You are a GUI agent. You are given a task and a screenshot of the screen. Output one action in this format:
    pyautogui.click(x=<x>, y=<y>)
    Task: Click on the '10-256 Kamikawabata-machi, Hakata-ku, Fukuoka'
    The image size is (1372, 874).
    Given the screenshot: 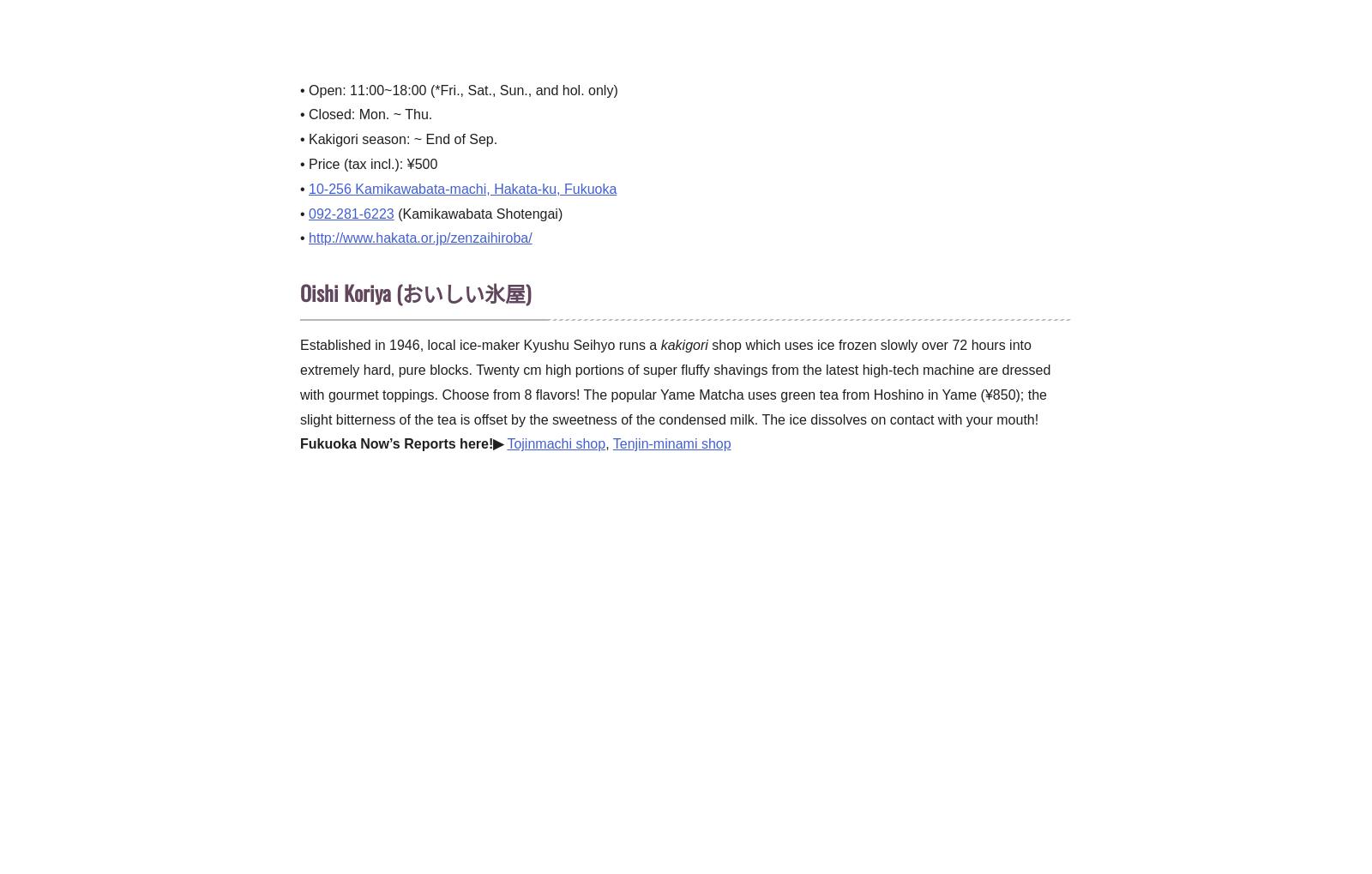 What is the action you would take?
    pyautogui.click(x=461, y=187)
    